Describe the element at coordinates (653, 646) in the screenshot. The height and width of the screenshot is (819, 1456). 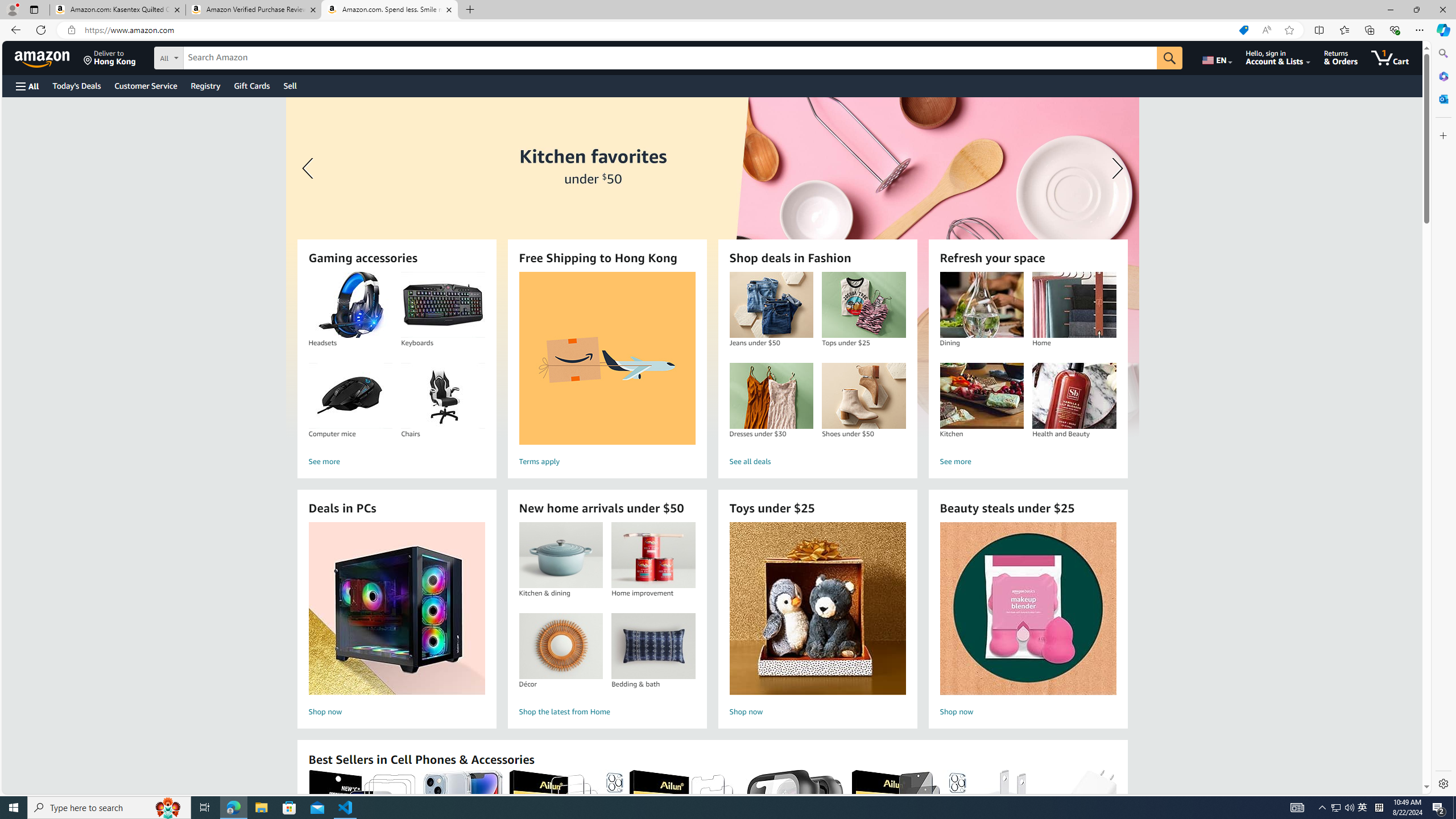
I see `'Bedding & bath'` at that location.